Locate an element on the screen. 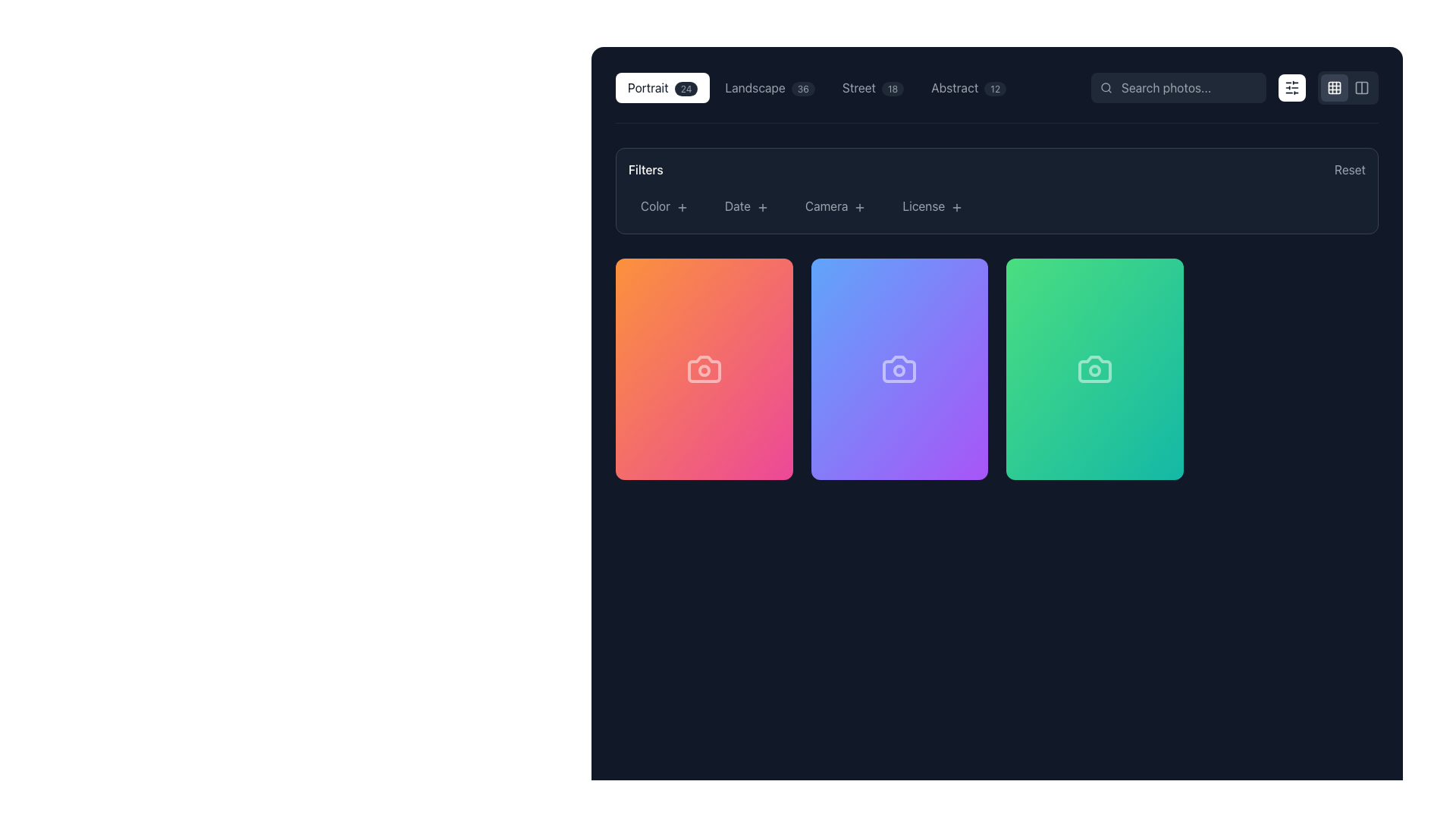 This screenshot has height=819, width=1456. the first filter button under the 'Filters' heading to apply the color filter is located at coordinates (664, 206).